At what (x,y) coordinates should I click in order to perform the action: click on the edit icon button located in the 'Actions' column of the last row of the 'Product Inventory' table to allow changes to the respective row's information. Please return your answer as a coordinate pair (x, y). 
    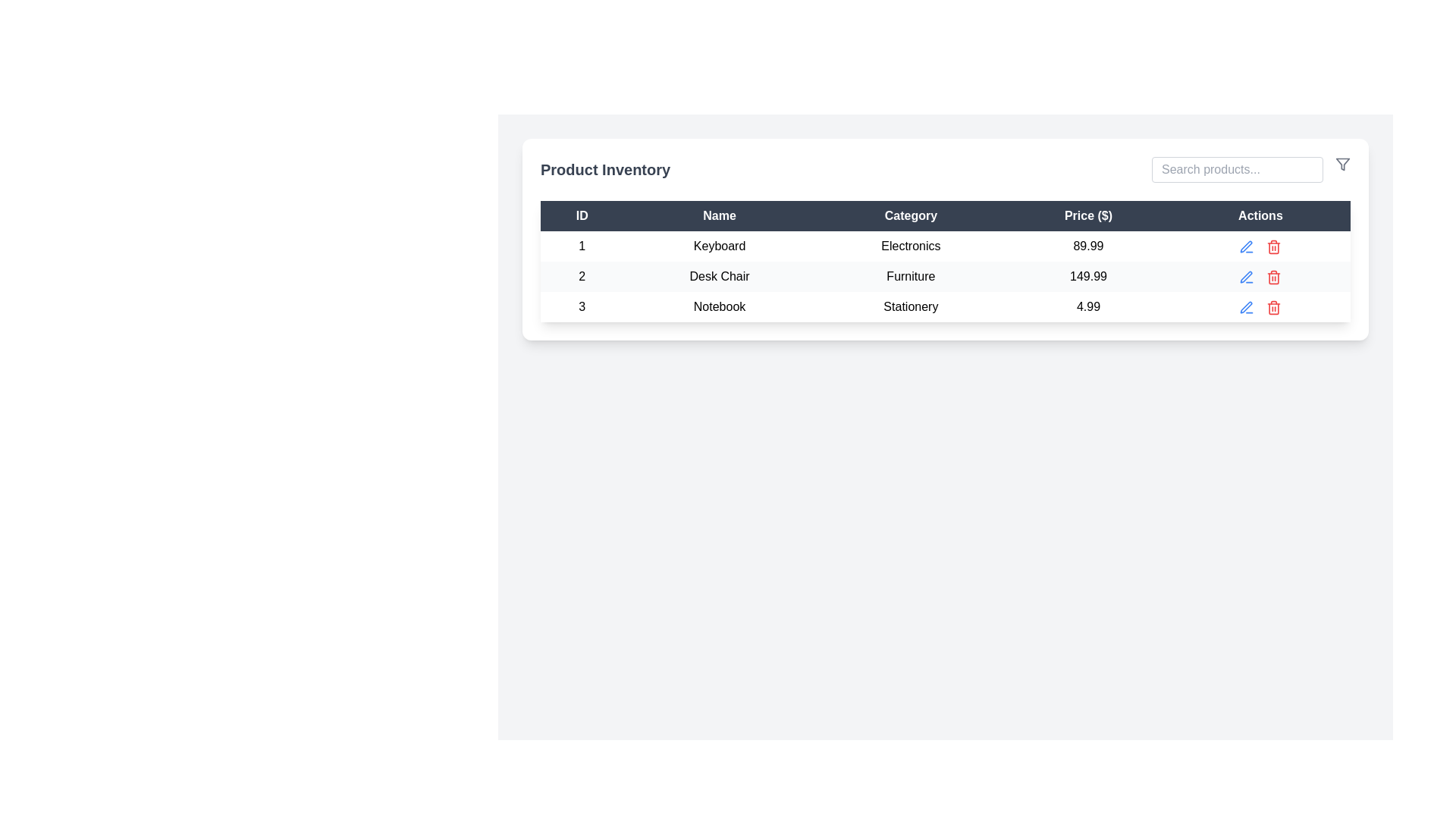
    Looking at the image, I should click on (1247, 307).